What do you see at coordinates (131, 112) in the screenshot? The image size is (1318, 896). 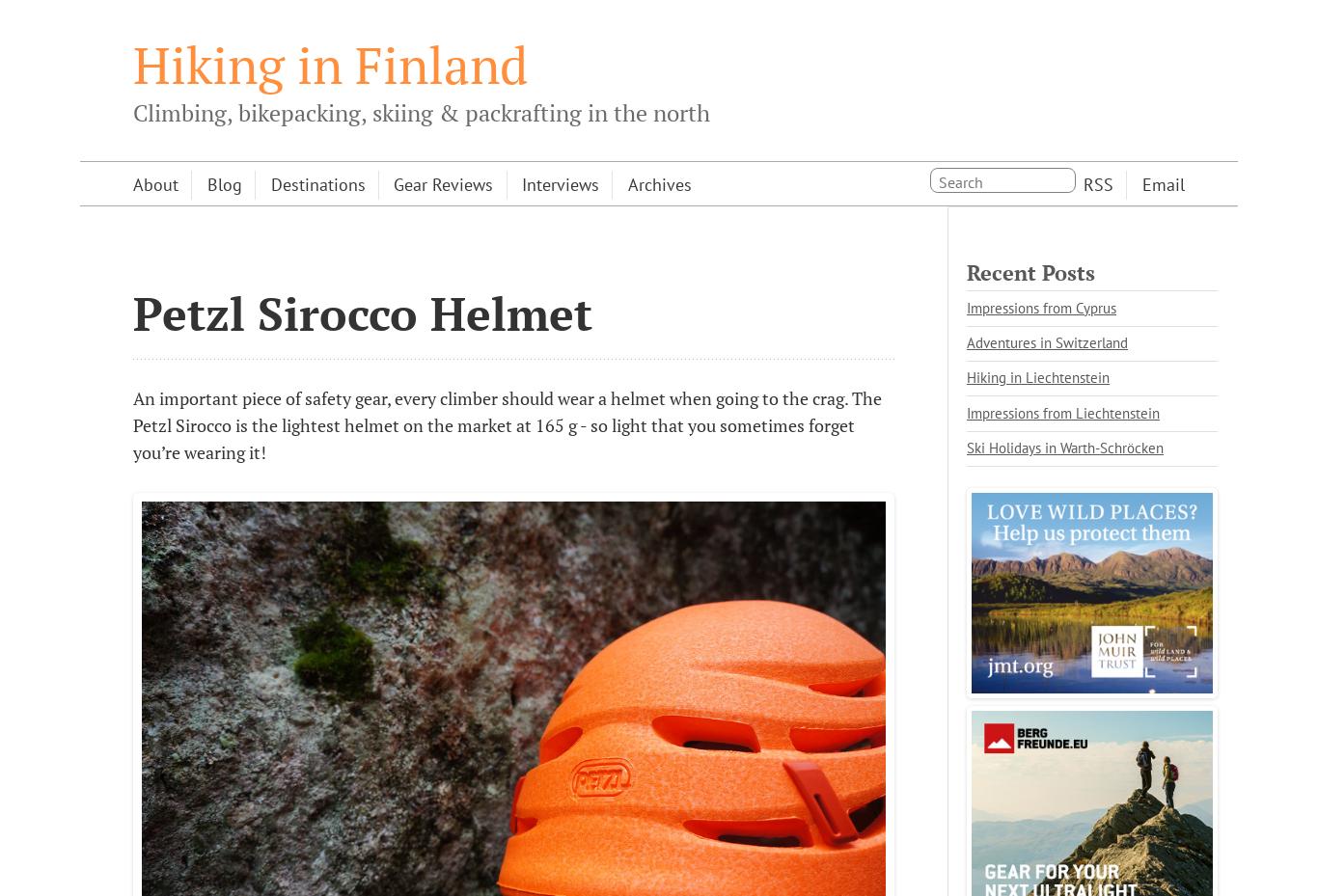 I see `'Climbing, bikepacking, skiing & packrafting in the north'` at bounding box center [131, 112].